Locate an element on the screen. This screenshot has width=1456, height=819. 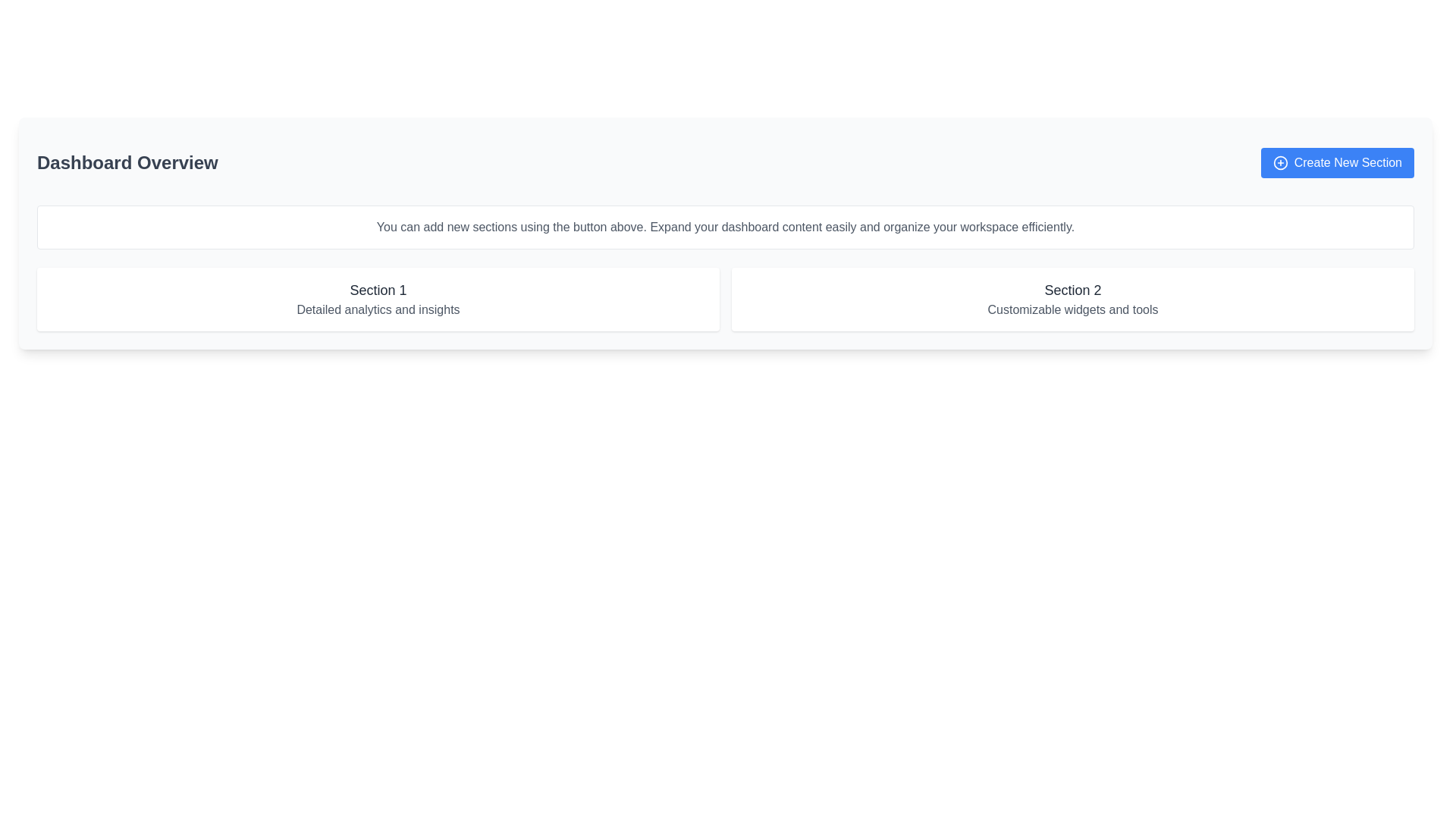
the button located in the top-right corner of the 'Dashboard Overview' section to create a new section is located at coordinates (1337, 163).